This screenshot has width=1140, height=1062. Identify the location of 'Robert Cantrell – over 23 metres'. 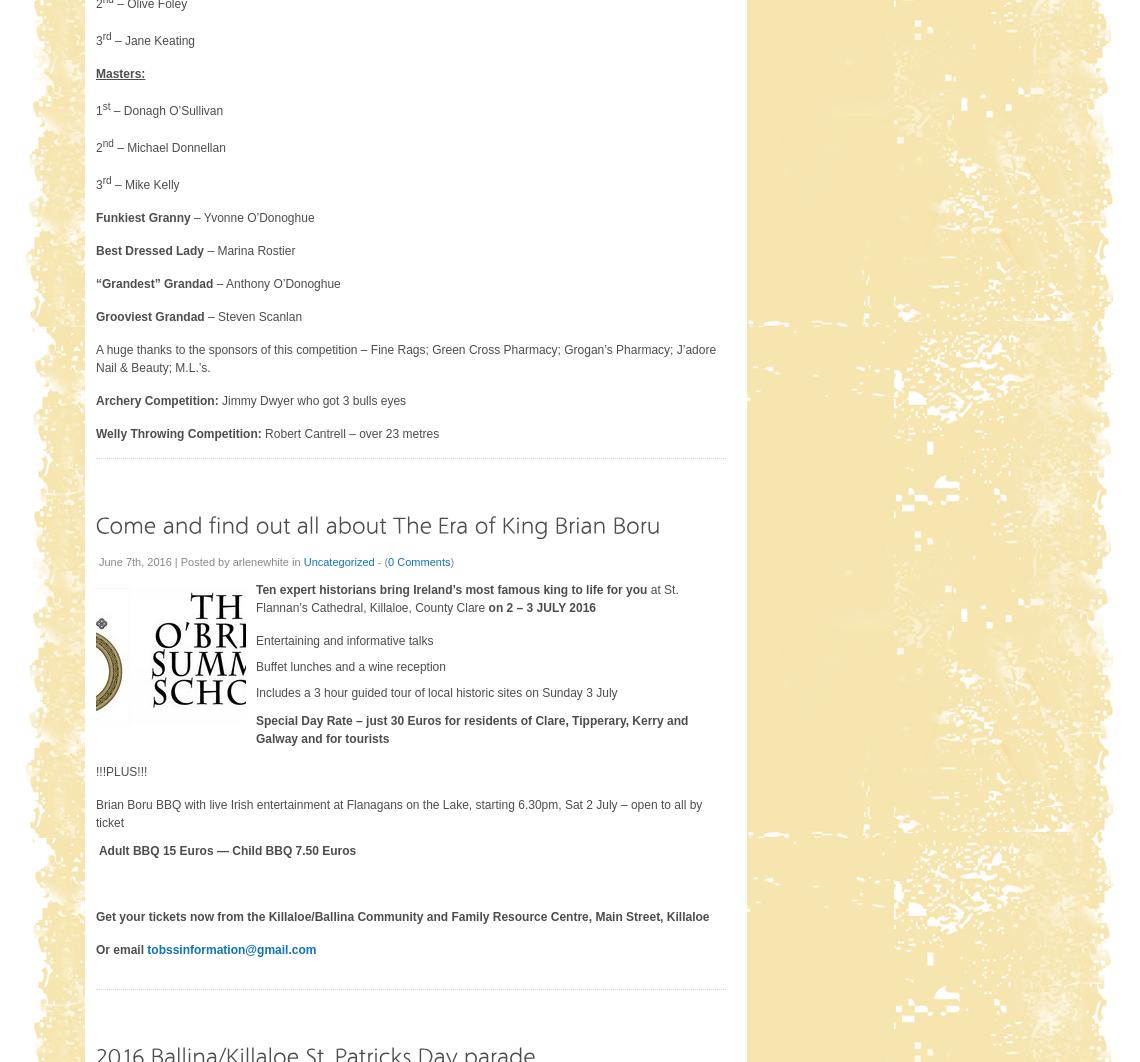
(349, 431).